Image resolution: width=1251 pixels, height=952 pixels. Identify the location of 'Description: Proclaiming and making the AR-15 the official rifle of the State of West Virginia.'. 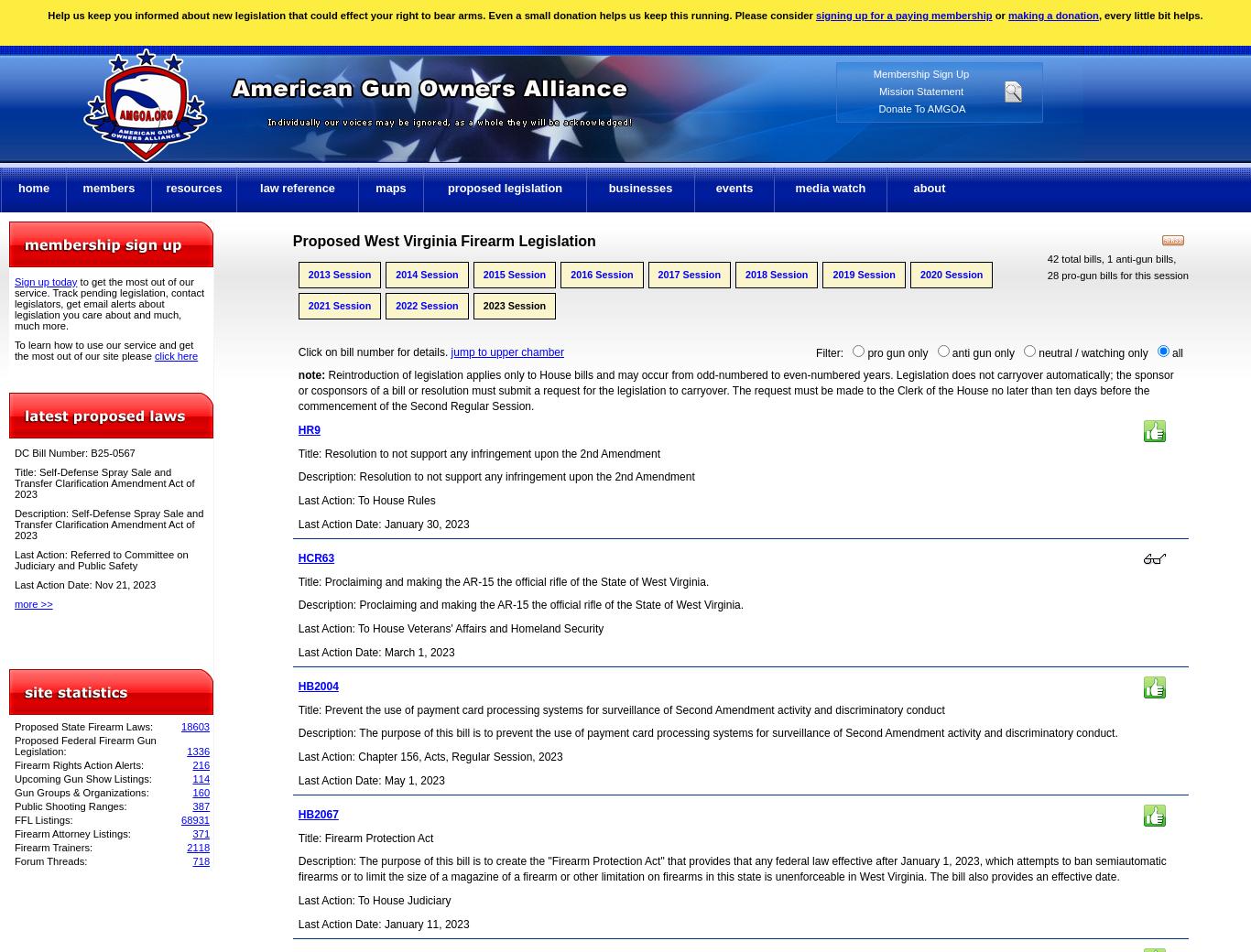
(520, 605).